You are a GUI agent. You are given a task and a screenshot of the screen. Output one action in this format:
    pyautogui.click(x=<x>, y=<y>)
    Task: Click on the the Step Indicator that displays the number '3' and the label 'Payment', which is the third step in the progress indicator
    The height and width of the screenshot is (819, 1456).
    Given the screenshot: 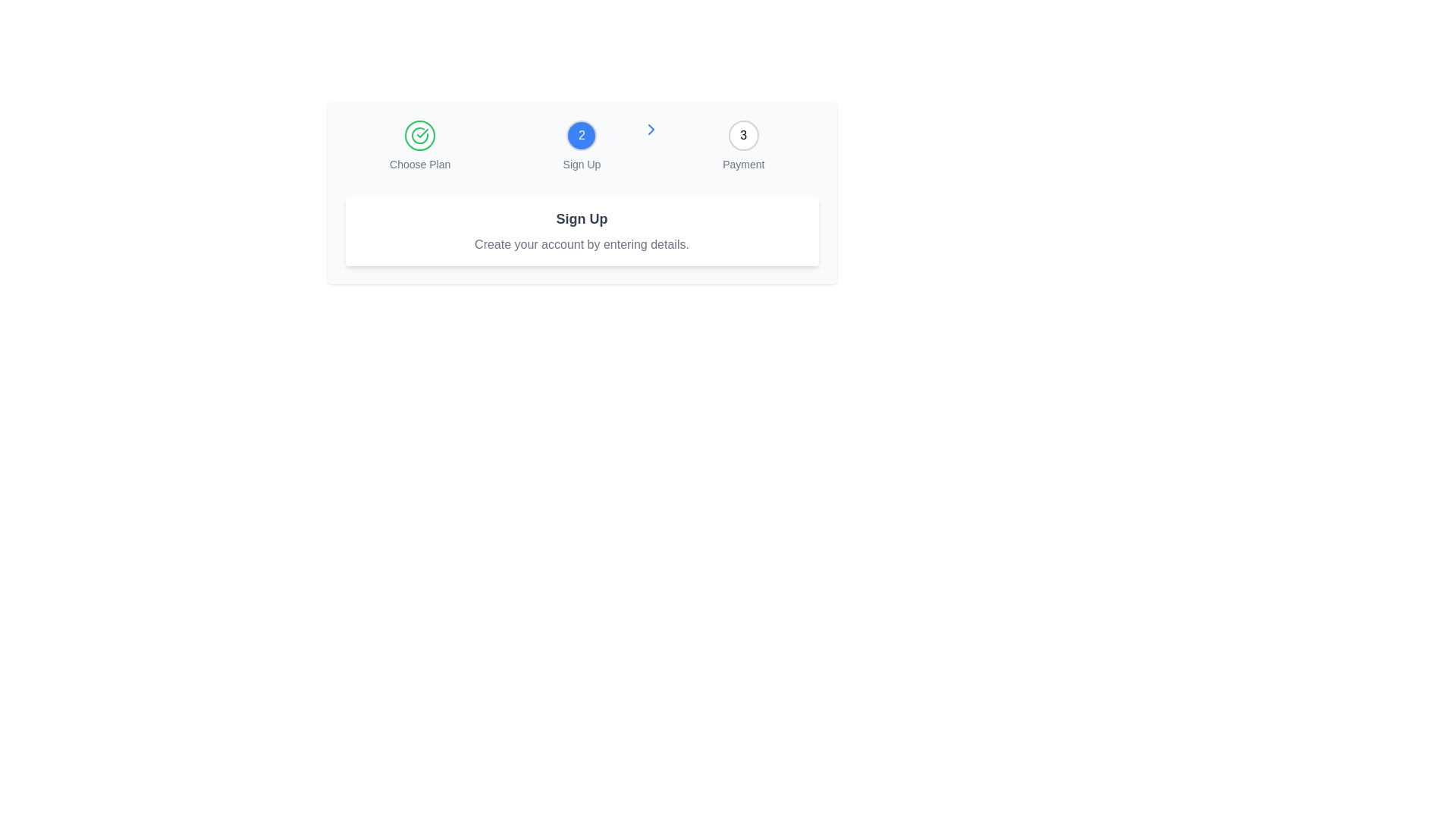 What is the action you would take?
    pyautogui.click(x=743, y=146)
    